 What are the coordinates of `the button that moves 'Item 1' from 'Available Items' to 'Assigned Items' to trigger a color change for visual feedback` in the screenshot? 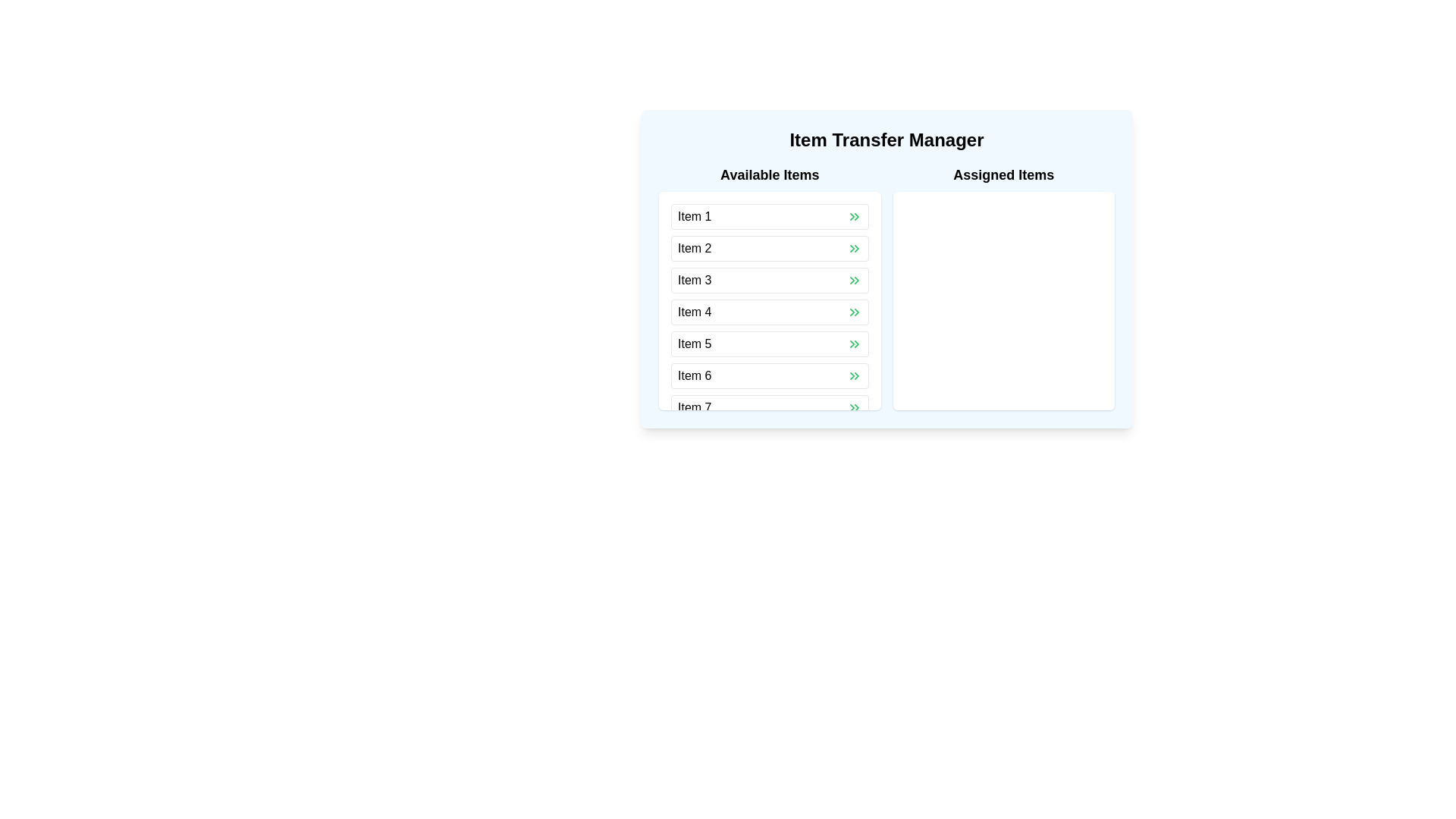 It's located at (854, 216).